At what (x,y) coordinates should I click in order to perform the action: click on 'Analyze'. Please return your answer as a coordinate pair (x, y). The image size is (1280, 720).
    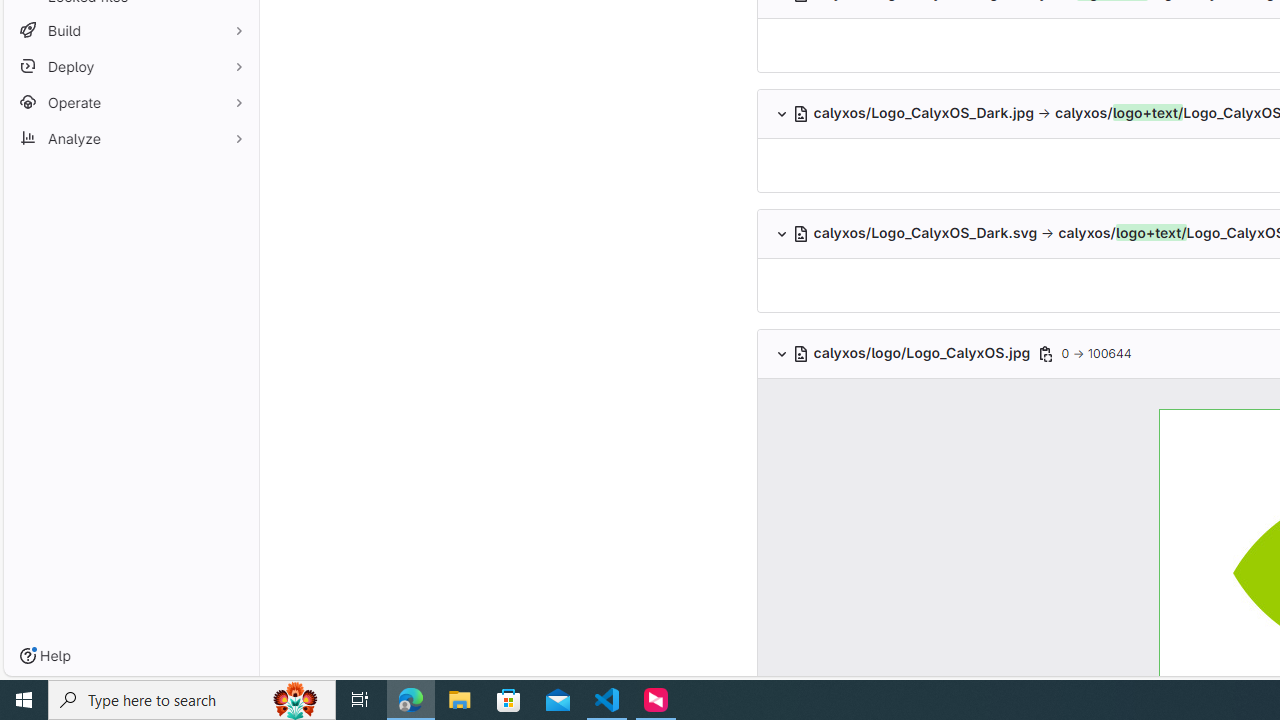
    Looking at the image, I should click on (130, 137).